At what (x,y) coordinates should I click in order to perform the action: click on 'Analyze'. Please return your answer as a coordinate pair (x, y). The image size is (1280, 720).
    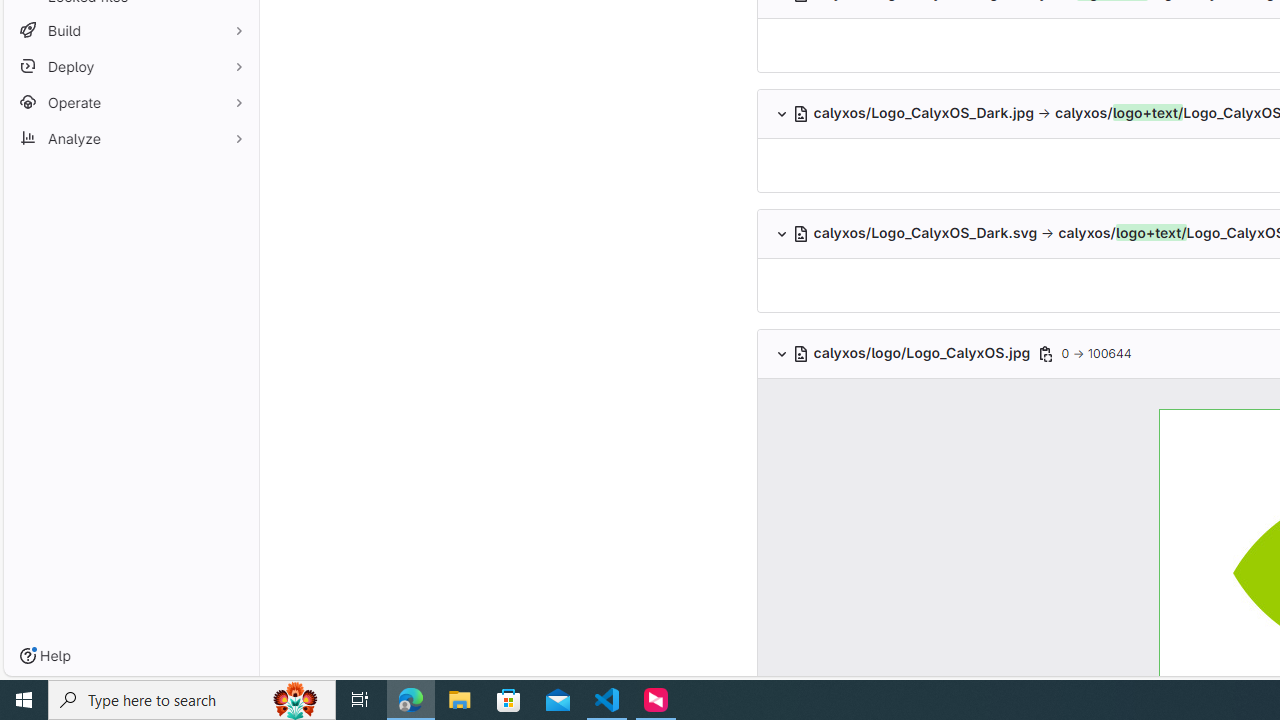
    Looking at the image, I should click on (130, 137).